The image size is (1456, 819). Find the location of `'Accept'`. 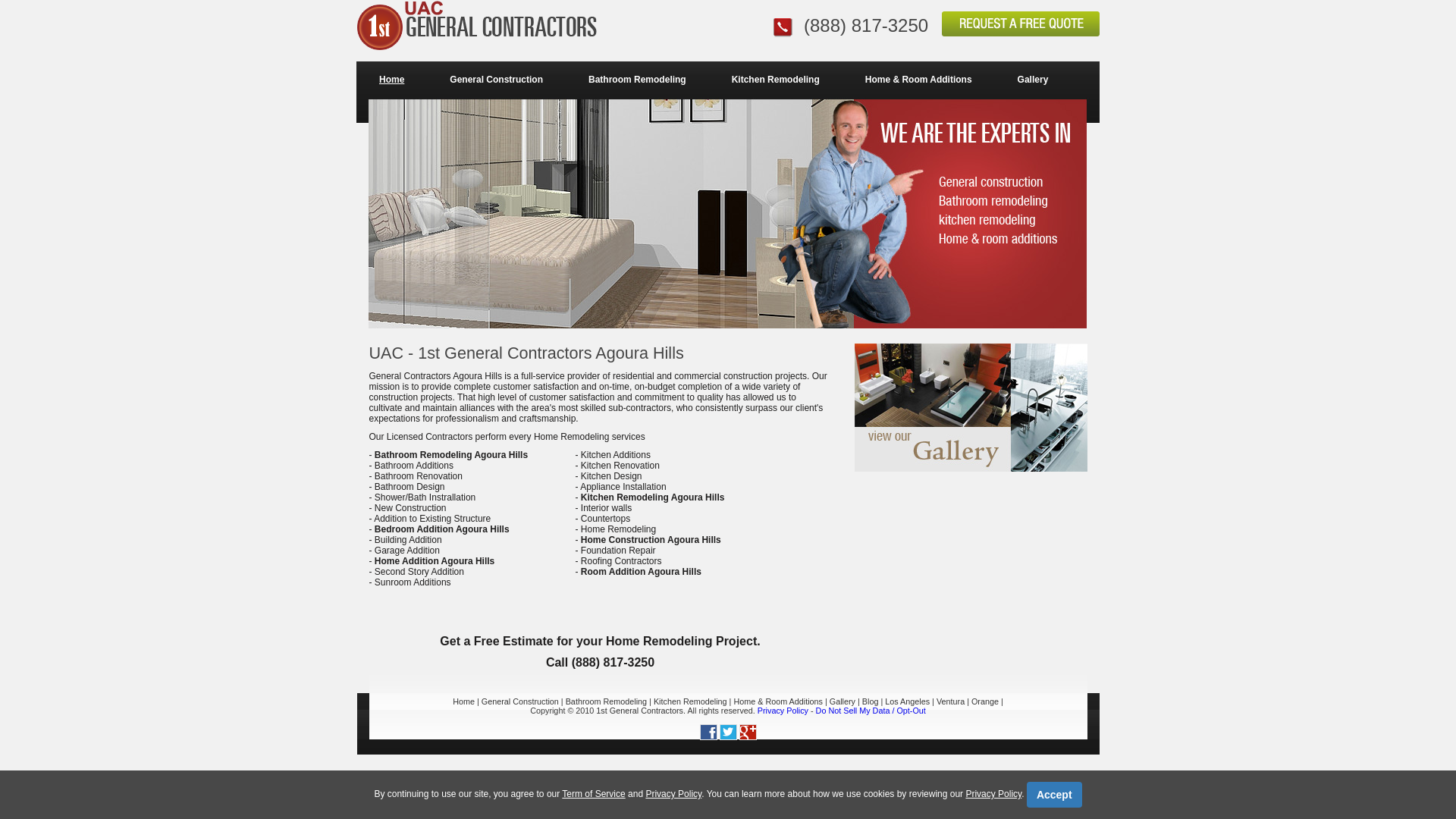

'Accept' is located at coordinates (1026, 794).